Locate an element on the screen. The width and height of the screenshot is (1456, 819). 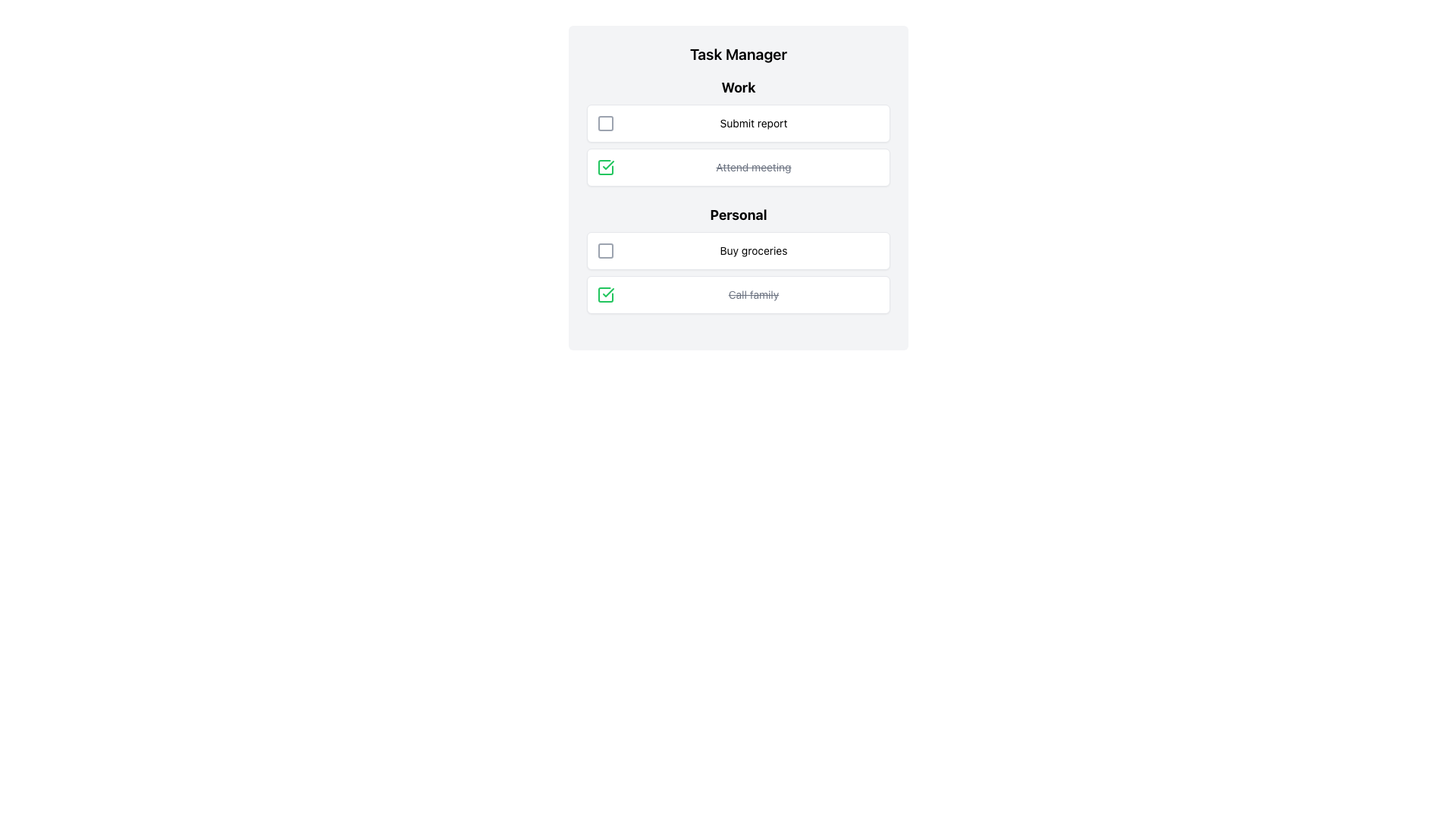
the unchecked checkbox with a red border aligned with the 'Submit report' text in the 'Work' category is located at coordinates (604, 122).